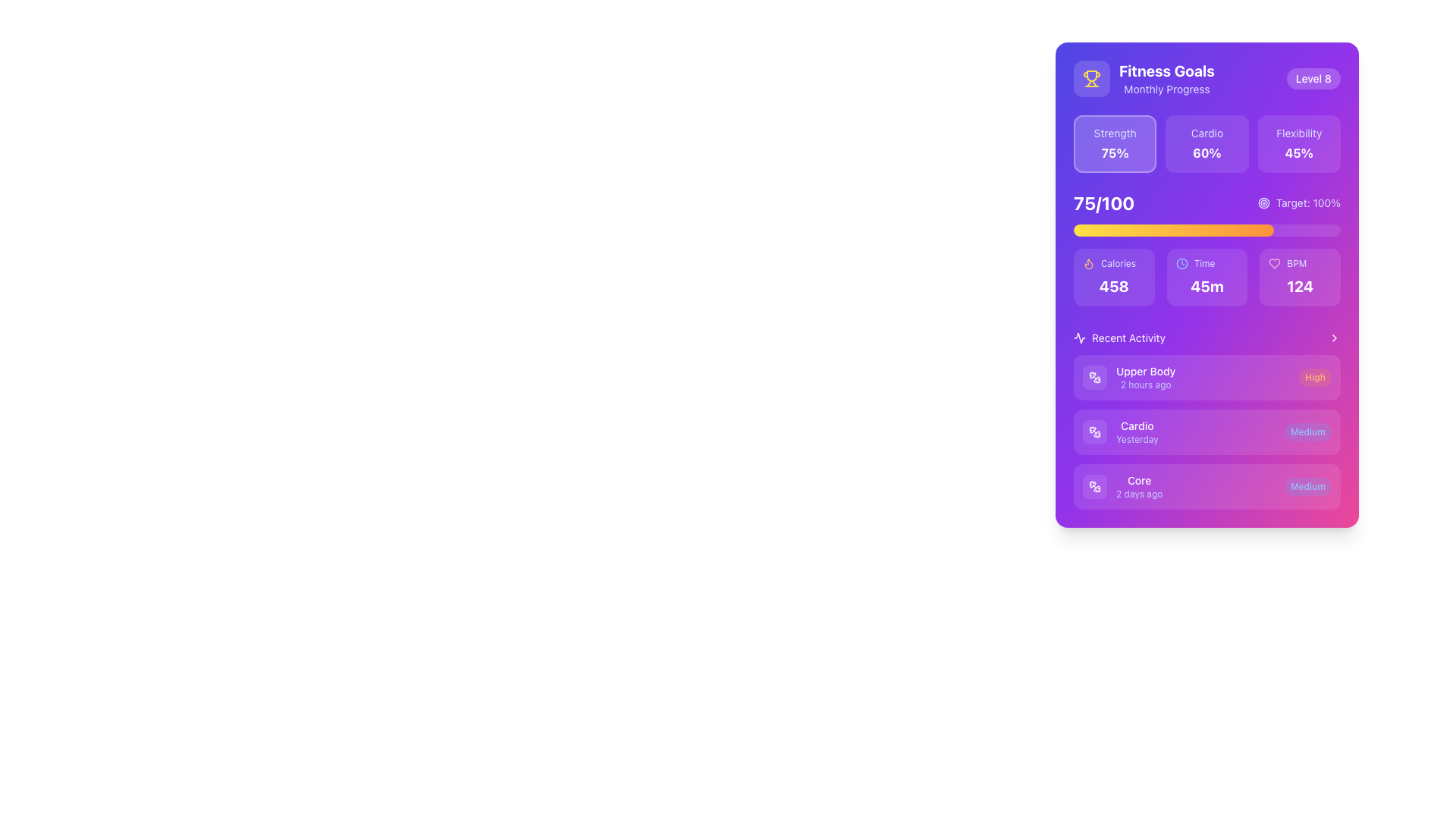 Image resolution: width=1456 pixels, height=819 pixels. I want to click on the text element displaying 'Target: 100%' with the adjacent circular target icon, located on the right side panel below the '75/100' progress text, so click(1298, 202).